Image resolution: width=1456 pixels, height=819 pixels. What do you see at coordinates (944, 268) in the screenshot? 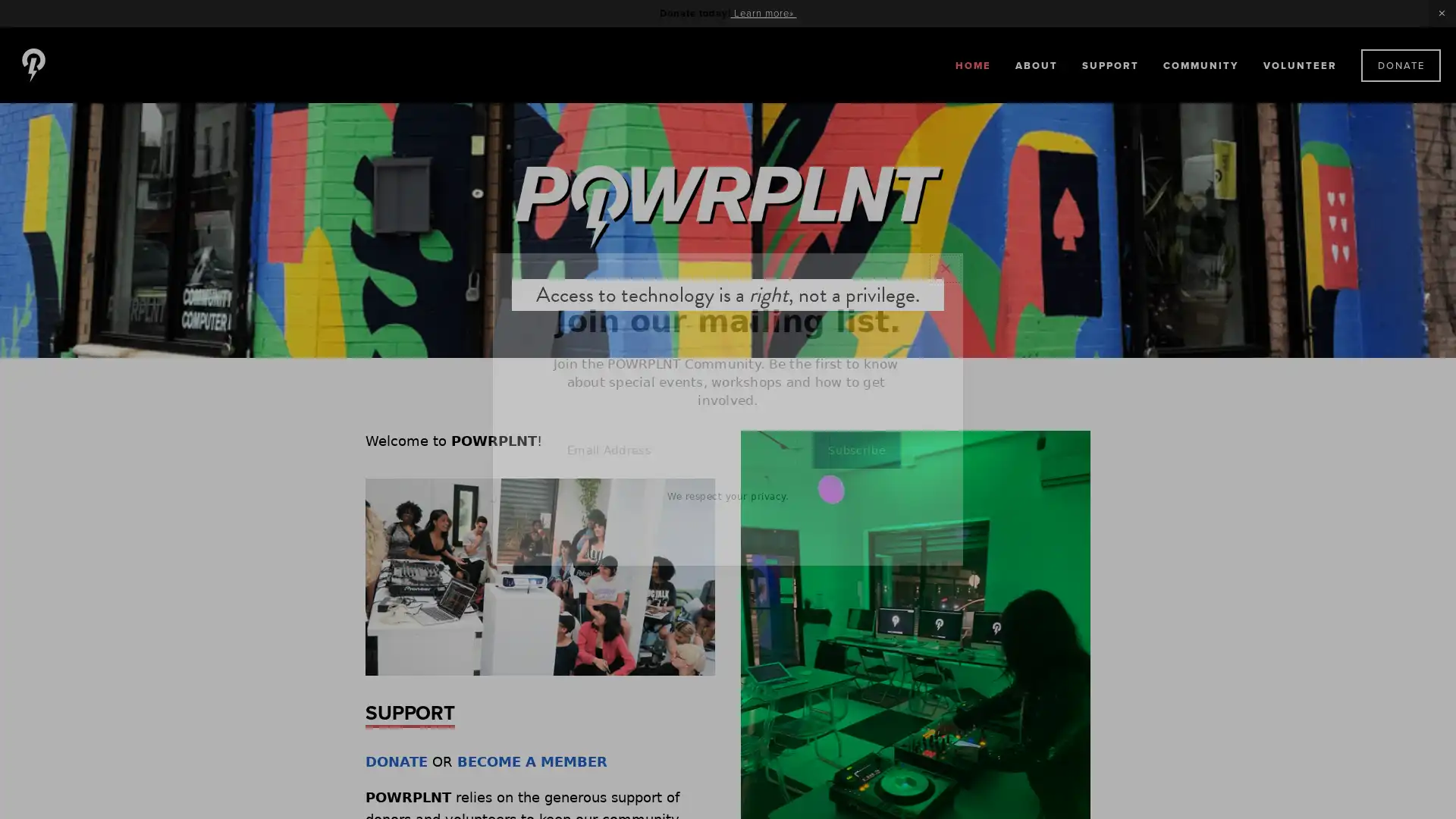
I see `Close` at bounding box center [944, 268].